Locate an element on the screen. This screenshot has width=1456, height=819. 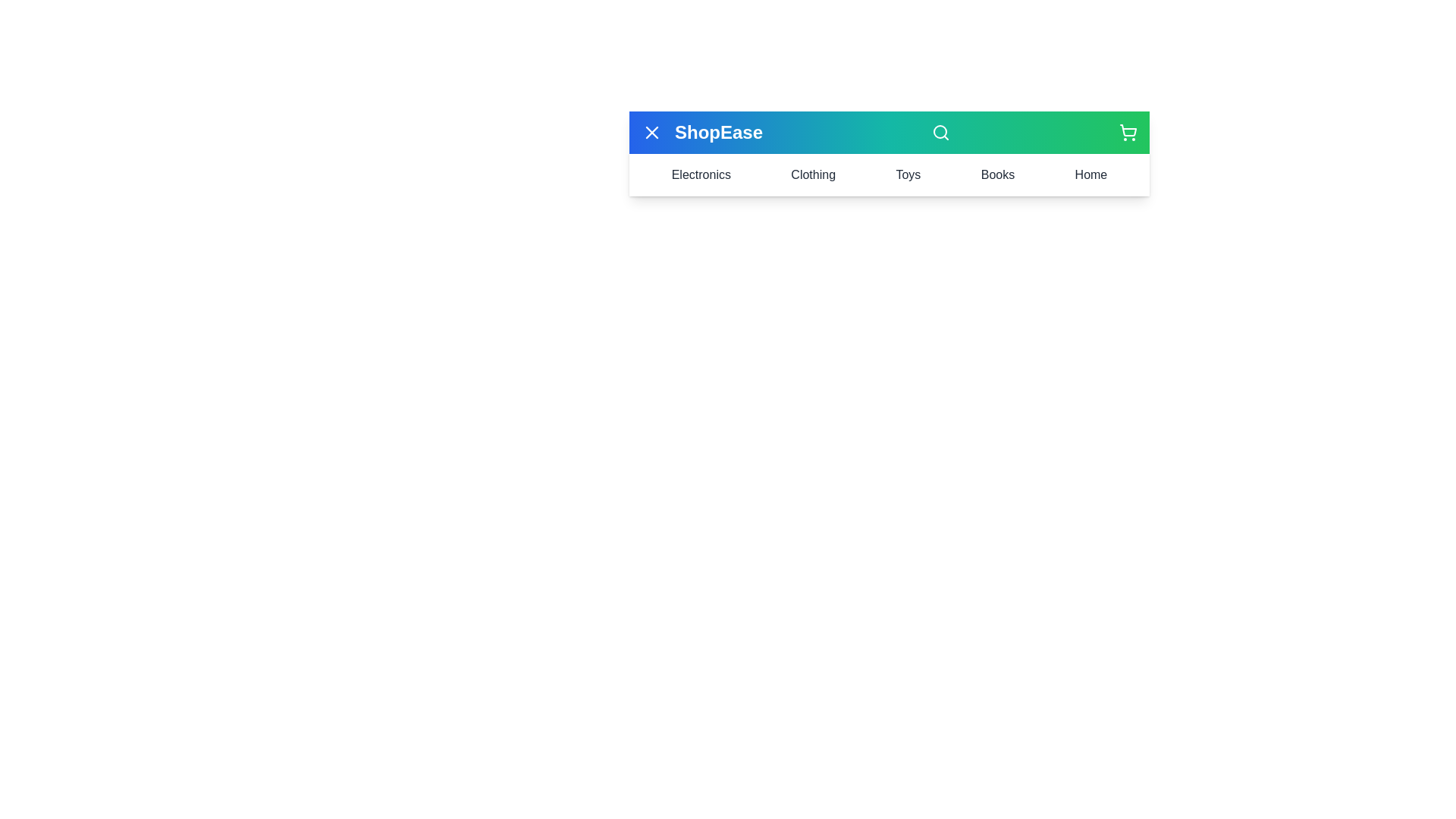
the Books menu item to view its content is located at coordinates (997, 174).